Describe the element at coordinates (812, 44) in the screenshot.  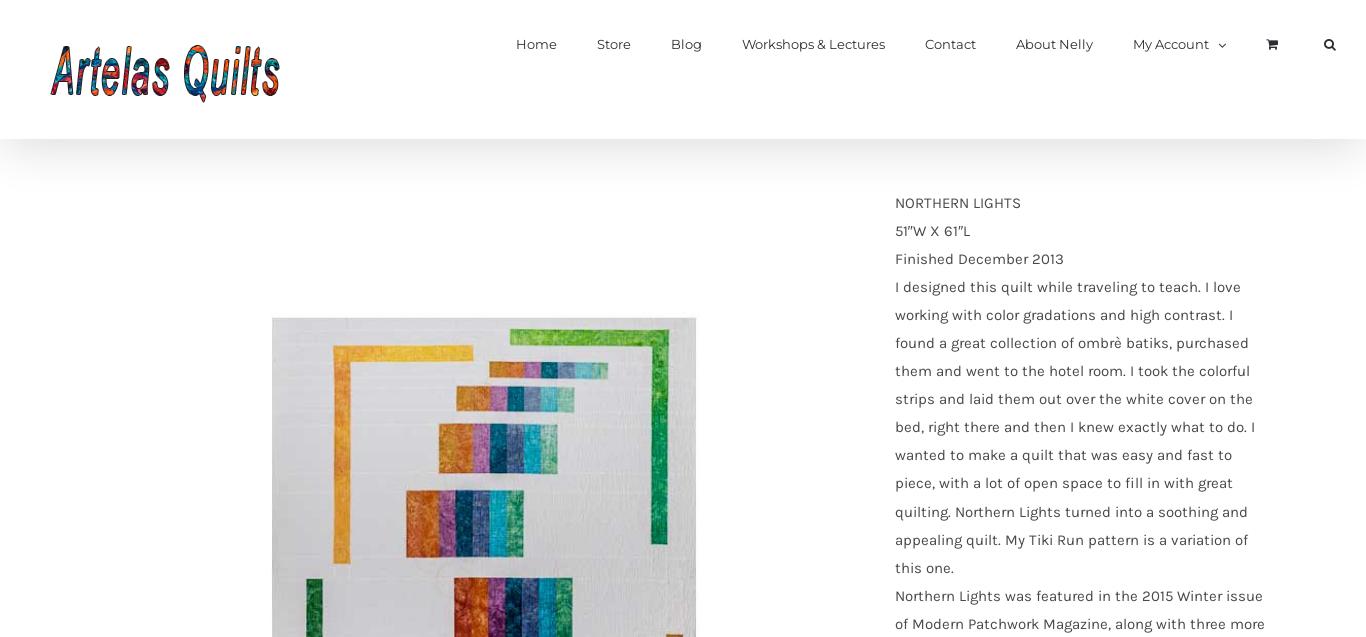
I see `'Workshops & Lectures'` at that location.